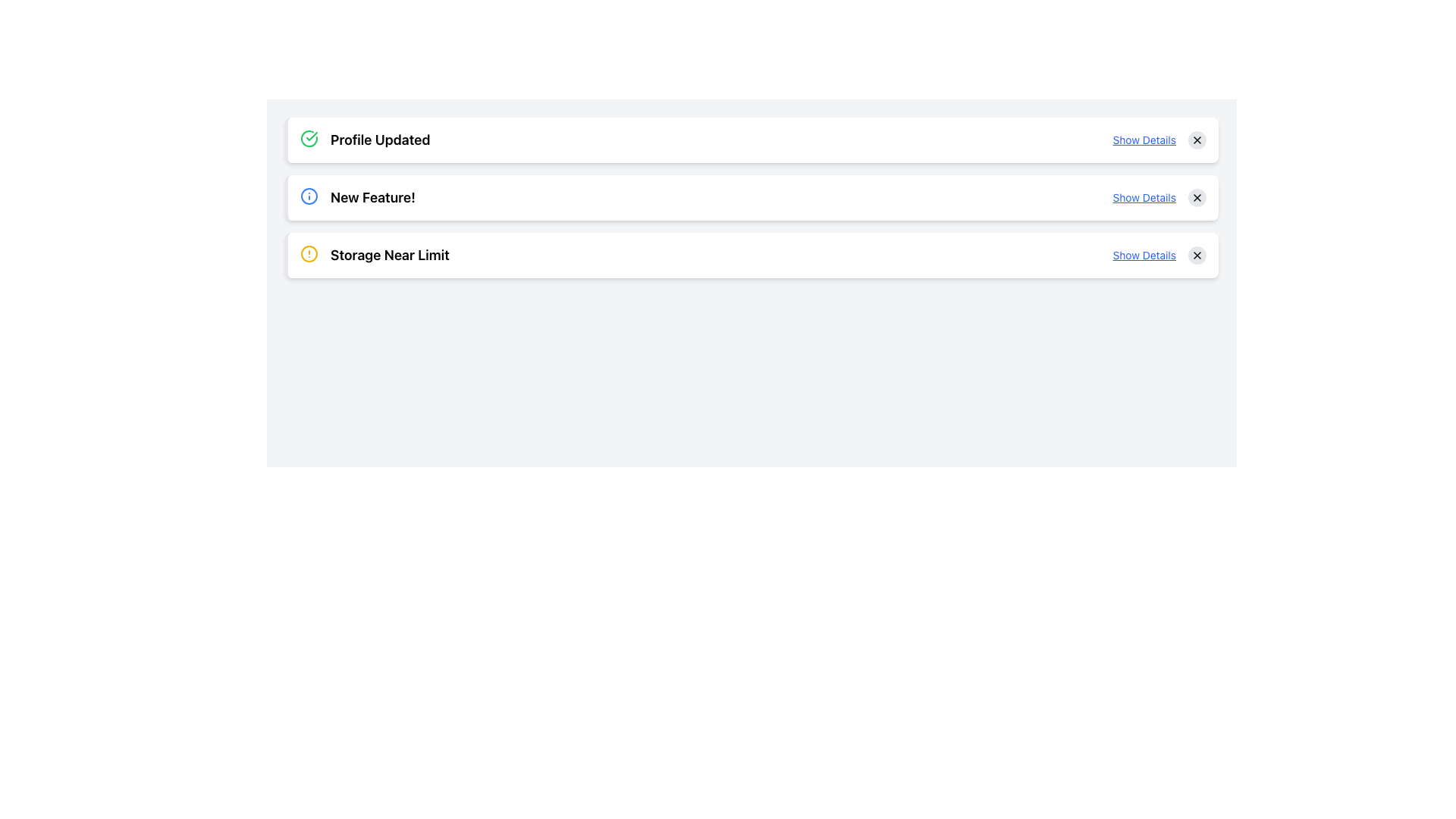 This screenshot has width=1456, height=819. What do you see at coordinates (372, 197) in the screenshot?
I see `the 'New Feature!' notification text label, which is the second notification in a vertical list, located between 'Profile Updated' and 'Storage Near Limit'` at bounding box center [372, 197].